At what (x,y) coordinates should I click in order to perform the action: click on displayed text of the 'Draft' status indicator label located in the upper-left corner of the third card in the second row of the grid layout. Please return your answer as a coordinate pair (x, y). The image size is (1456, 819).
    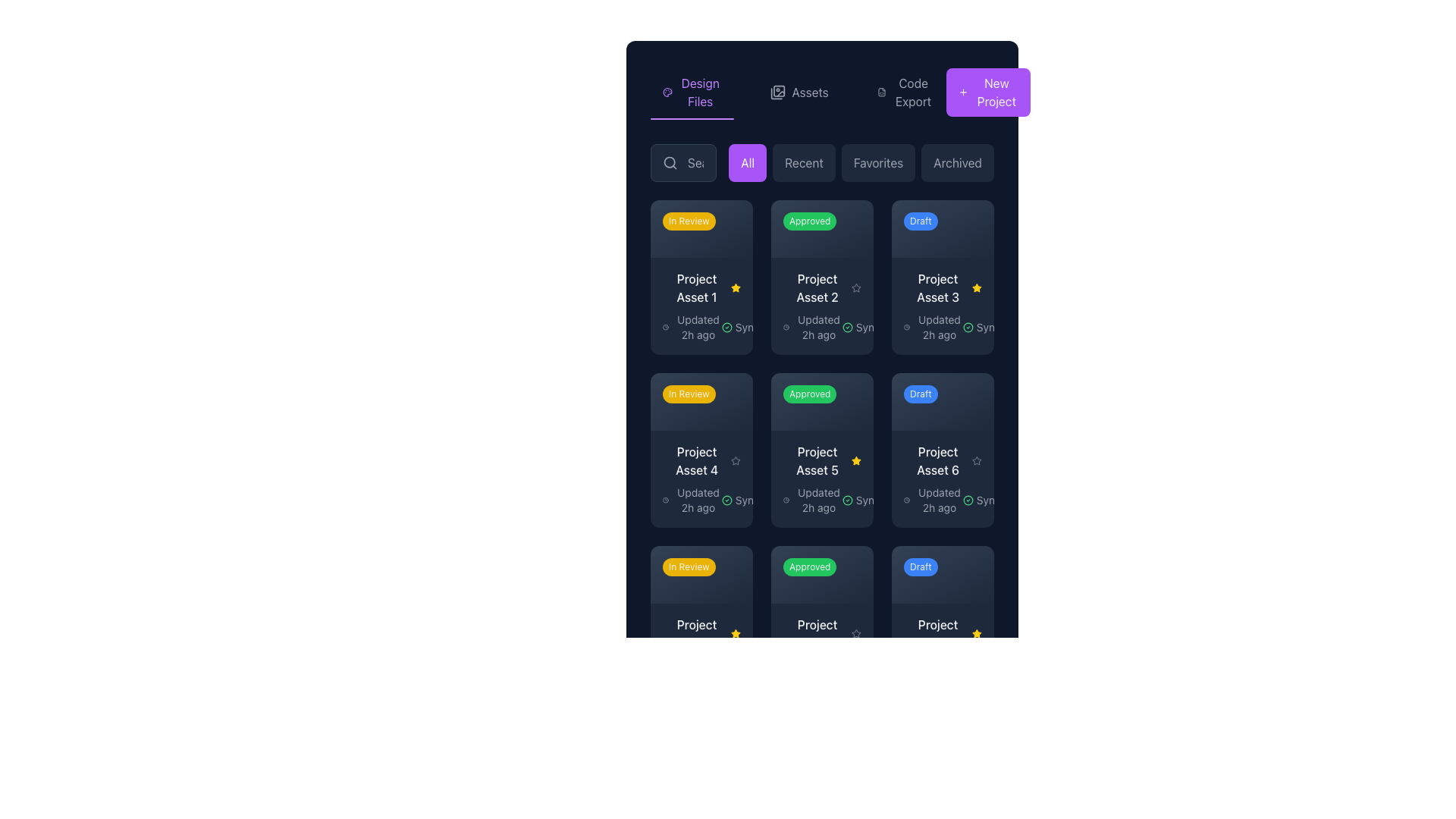
    Looking at the image, I should click on (920, 393).